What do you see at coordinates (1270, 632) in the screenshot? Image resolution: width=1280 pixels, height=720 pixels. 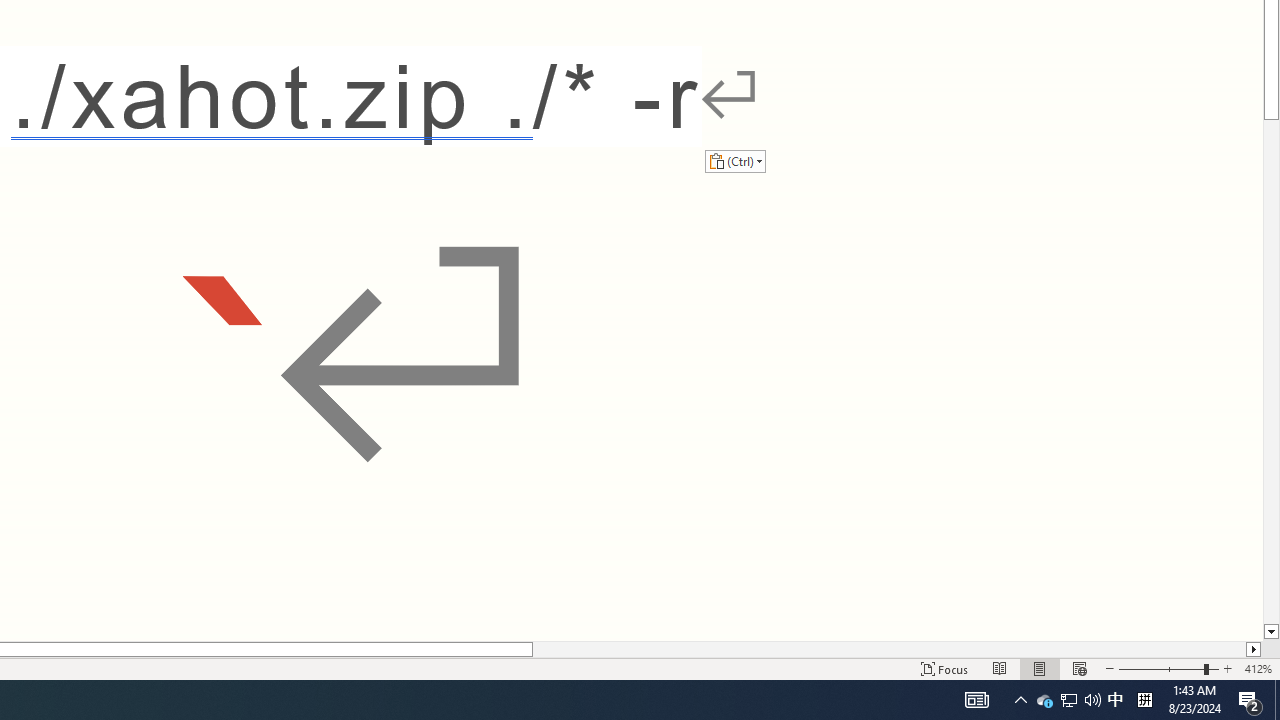 I see `'Line down'` at bounding box center [1270, 632].